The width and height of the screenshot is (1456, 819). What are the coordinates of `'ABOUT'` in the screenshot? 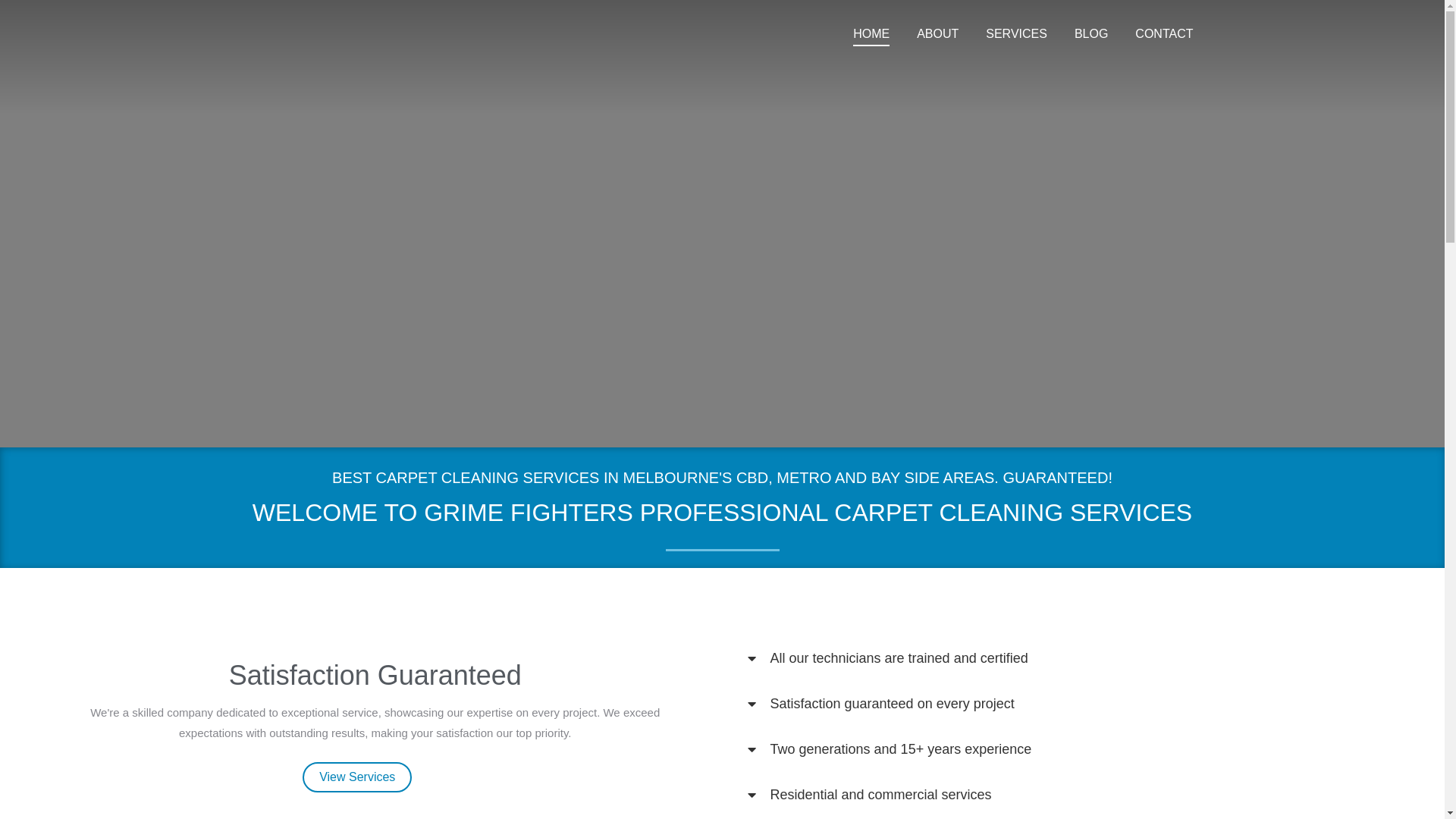 It's located at (937, 34).